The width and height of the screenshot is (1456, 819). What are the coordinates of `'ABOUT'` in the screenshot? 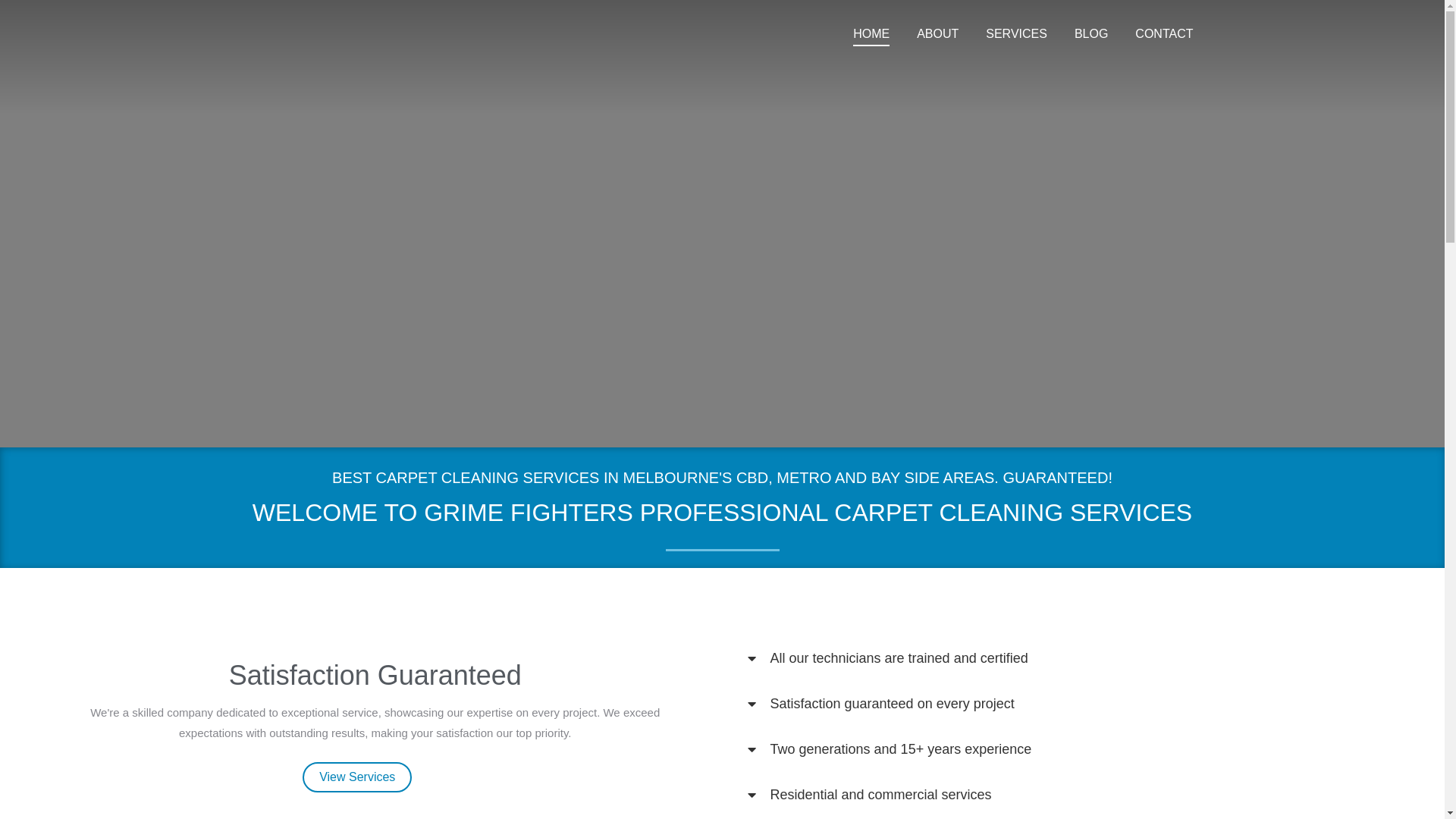 It's located at (937, 34).